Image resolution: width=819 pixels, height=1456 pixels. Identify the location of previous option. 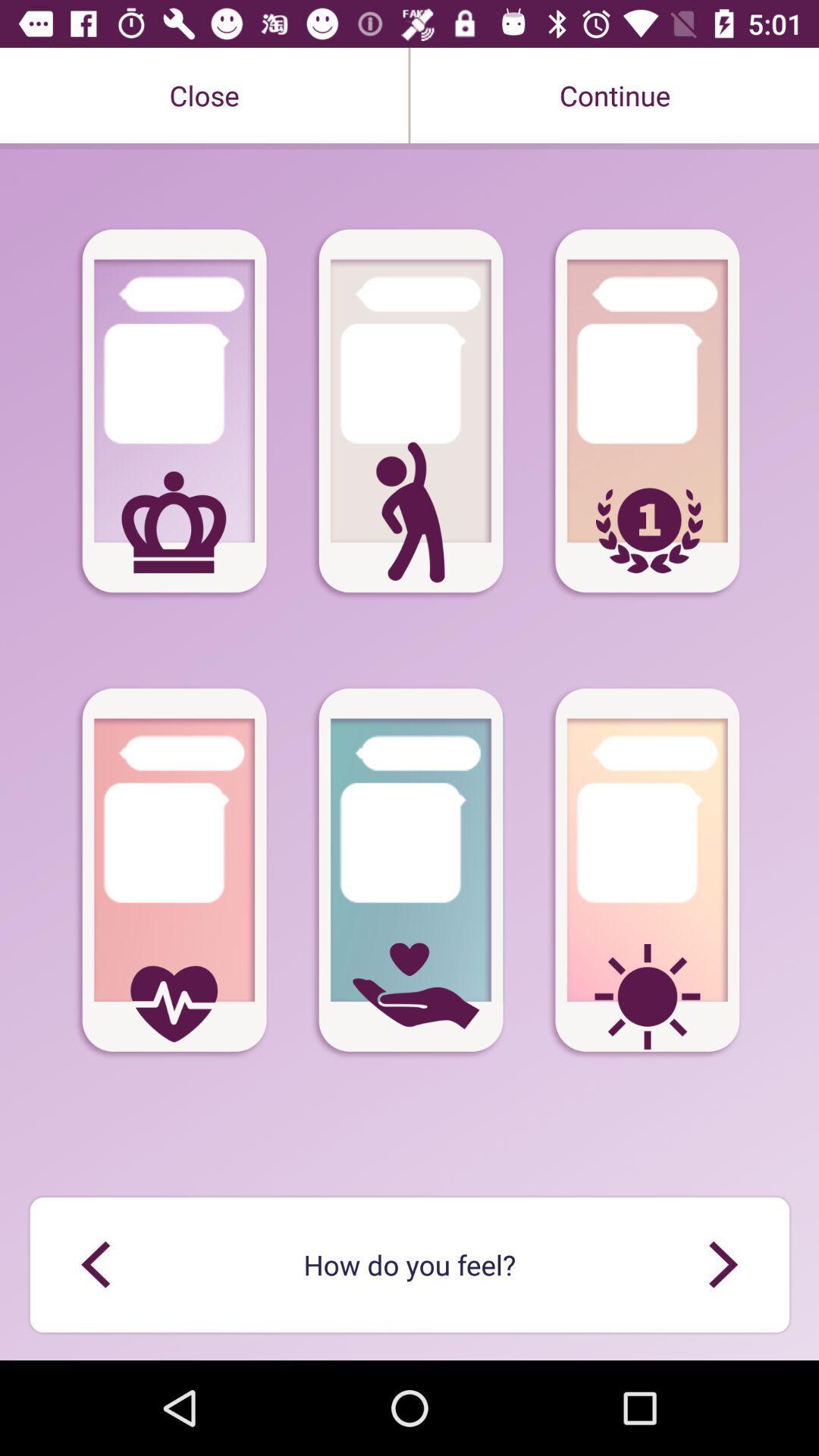
(722, 1264).